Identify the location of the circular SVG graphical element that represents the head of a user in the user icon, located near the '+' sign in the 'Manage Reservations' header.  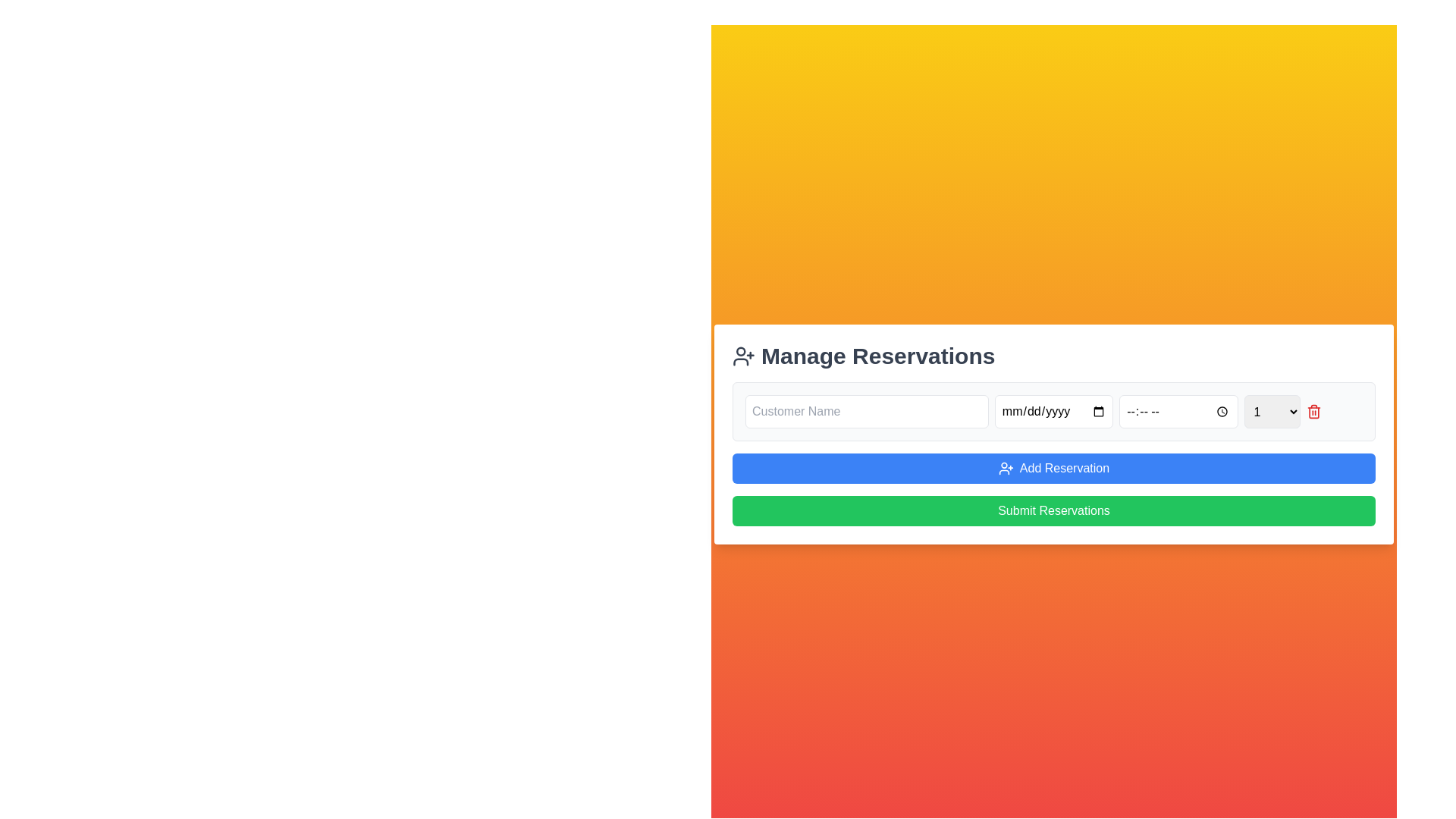
(741, 351).